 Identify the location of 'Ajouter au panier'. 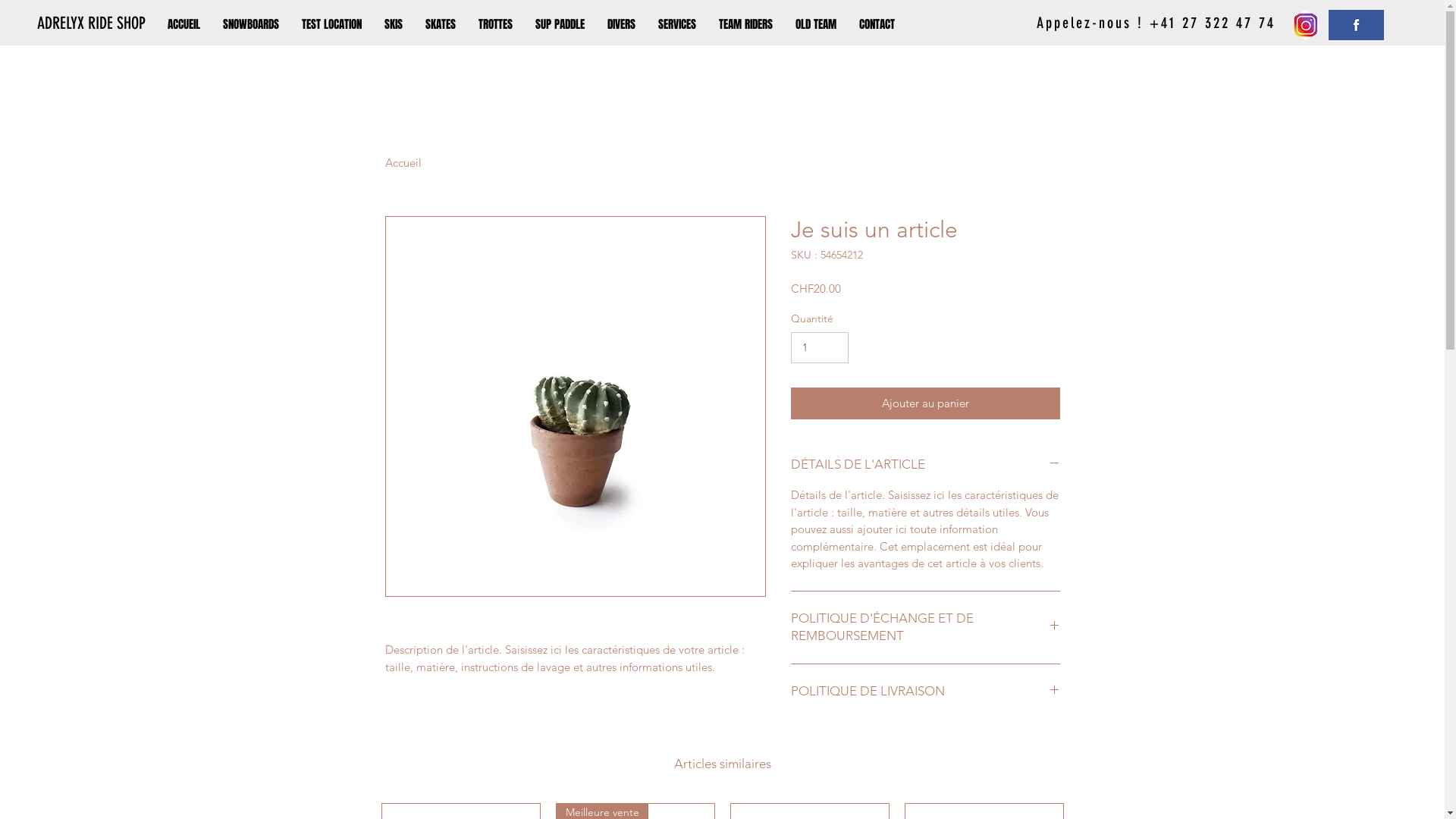
(924, 403).